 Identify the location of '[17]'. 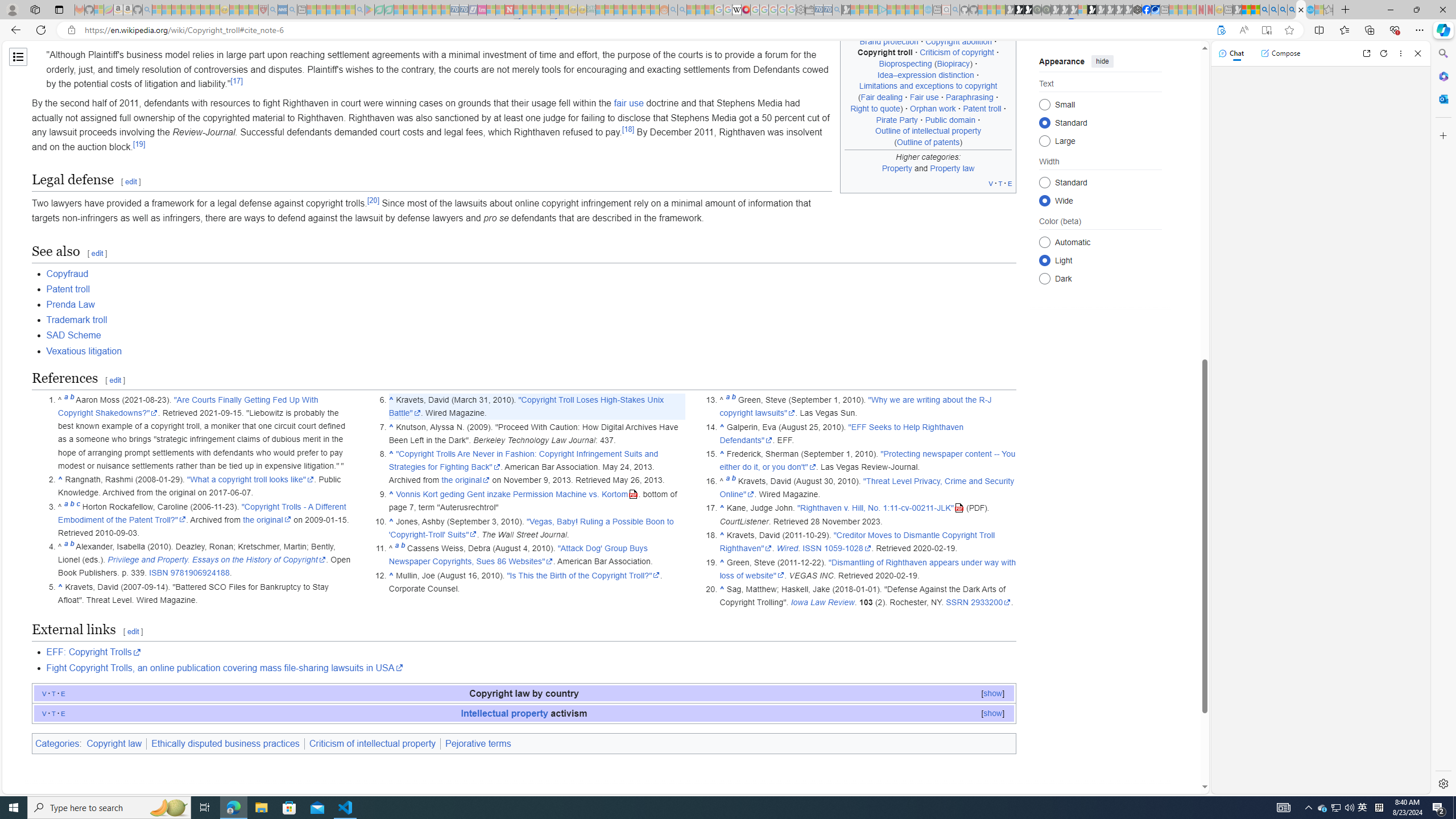
(236, 81).